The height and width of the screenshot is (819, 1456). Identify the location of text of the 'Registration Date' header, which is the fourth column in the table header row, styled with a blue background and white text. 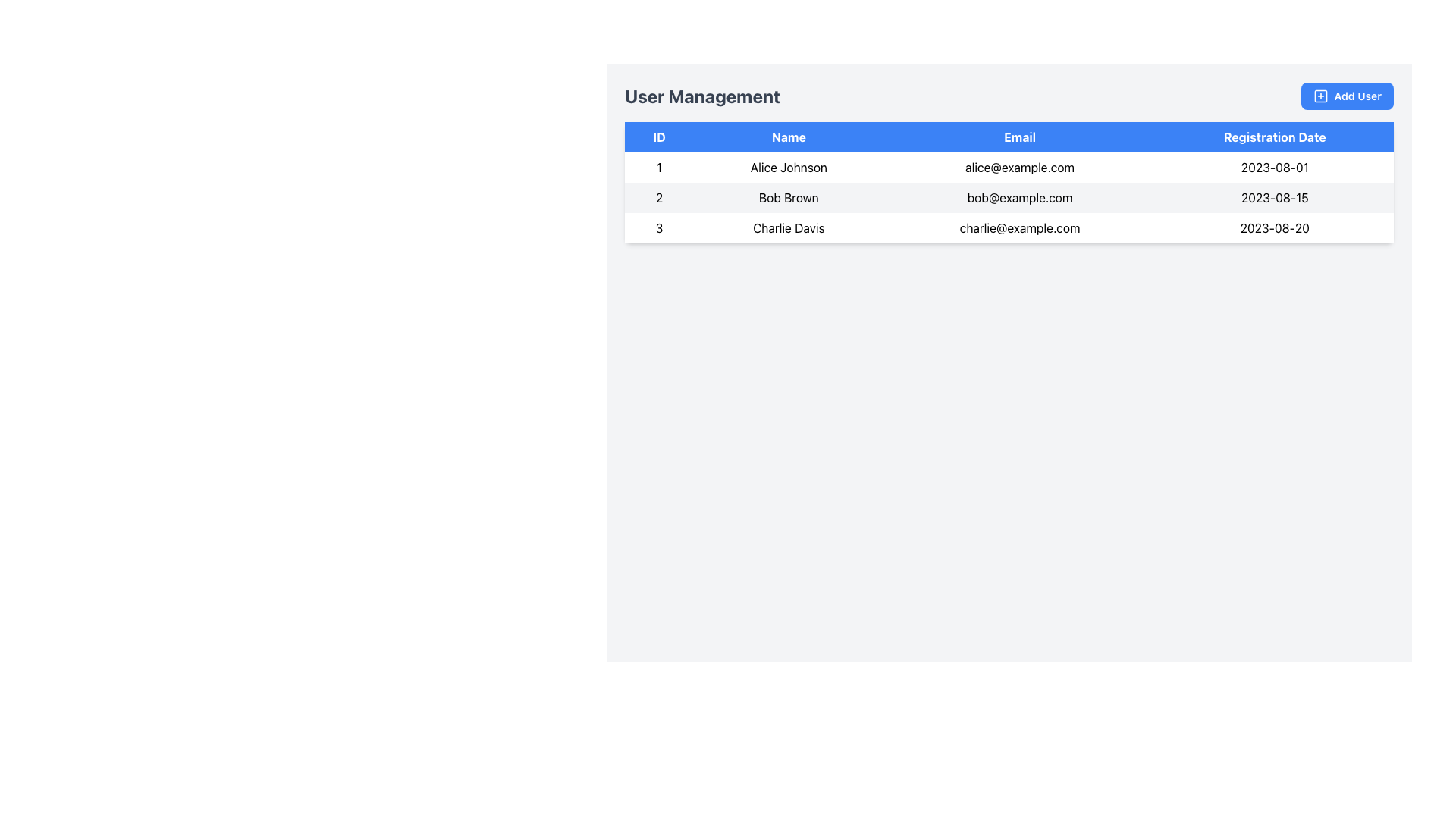
(1274, 137).